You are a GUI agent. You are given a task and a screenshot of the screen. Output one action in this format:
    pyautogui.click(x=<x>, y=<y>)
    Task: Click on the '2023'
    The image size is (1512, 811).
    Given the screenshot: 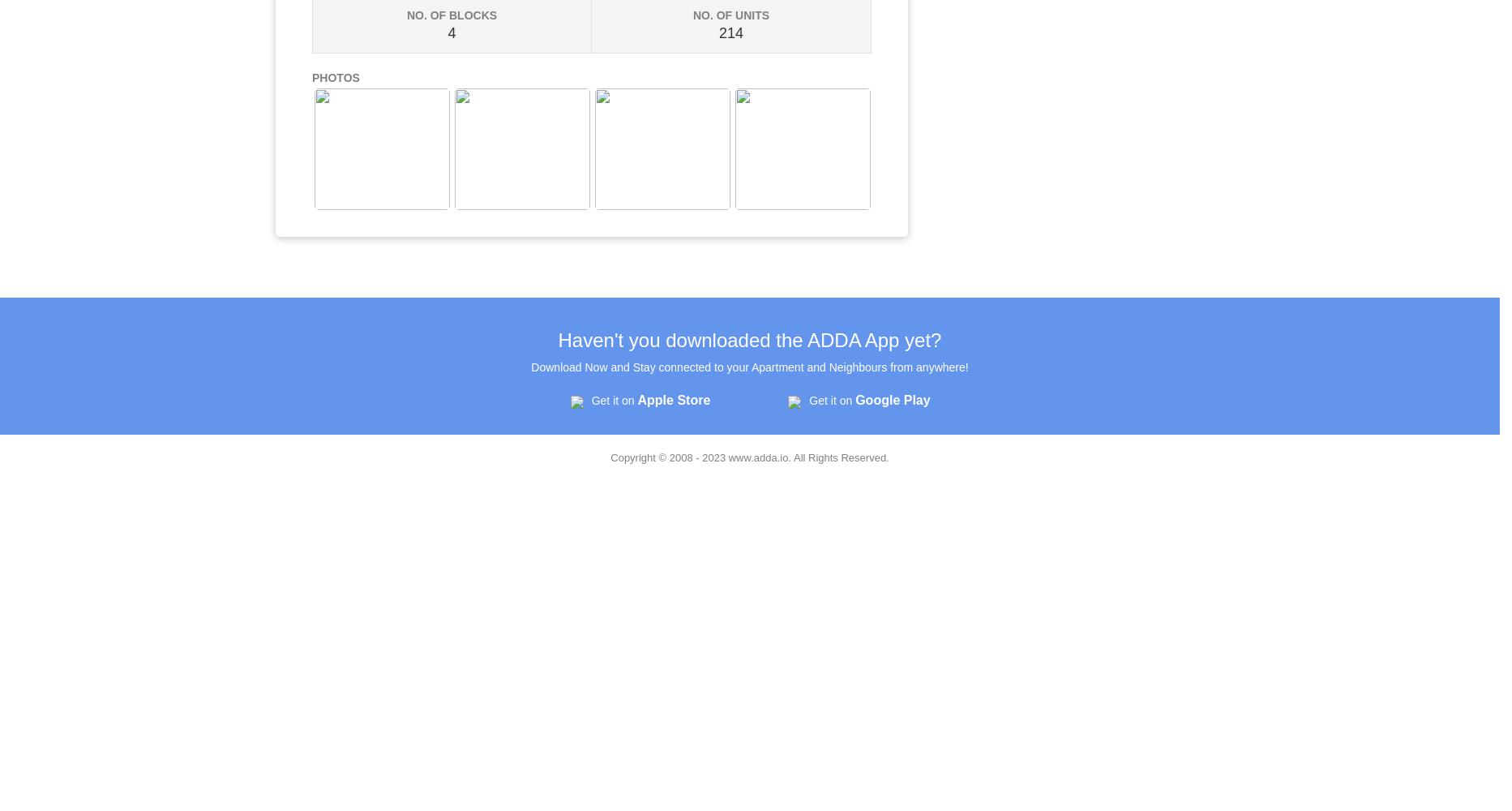 What is the action you would take?
    pyautogui.click(x=714, y=457)
    